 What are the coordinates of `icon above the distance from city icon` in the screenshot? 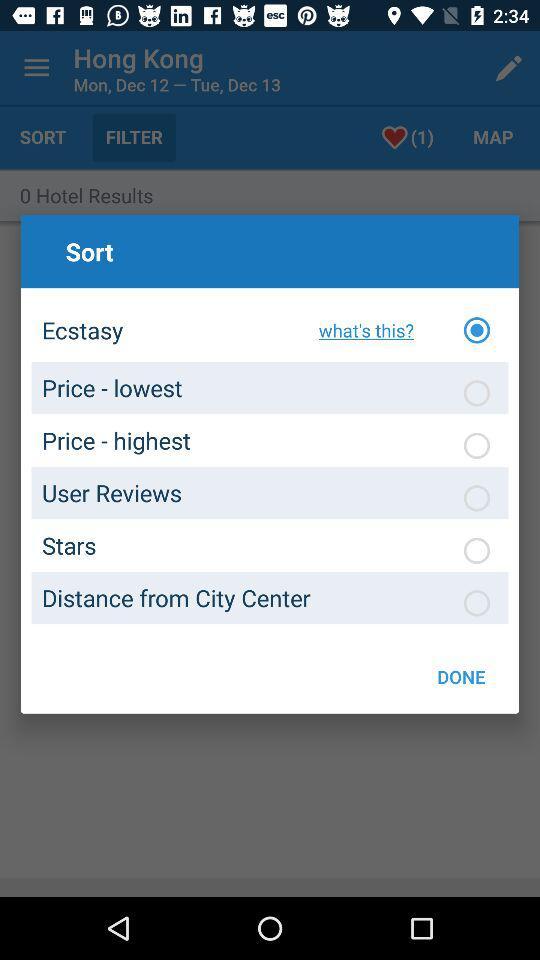 It's located at (360, 330).